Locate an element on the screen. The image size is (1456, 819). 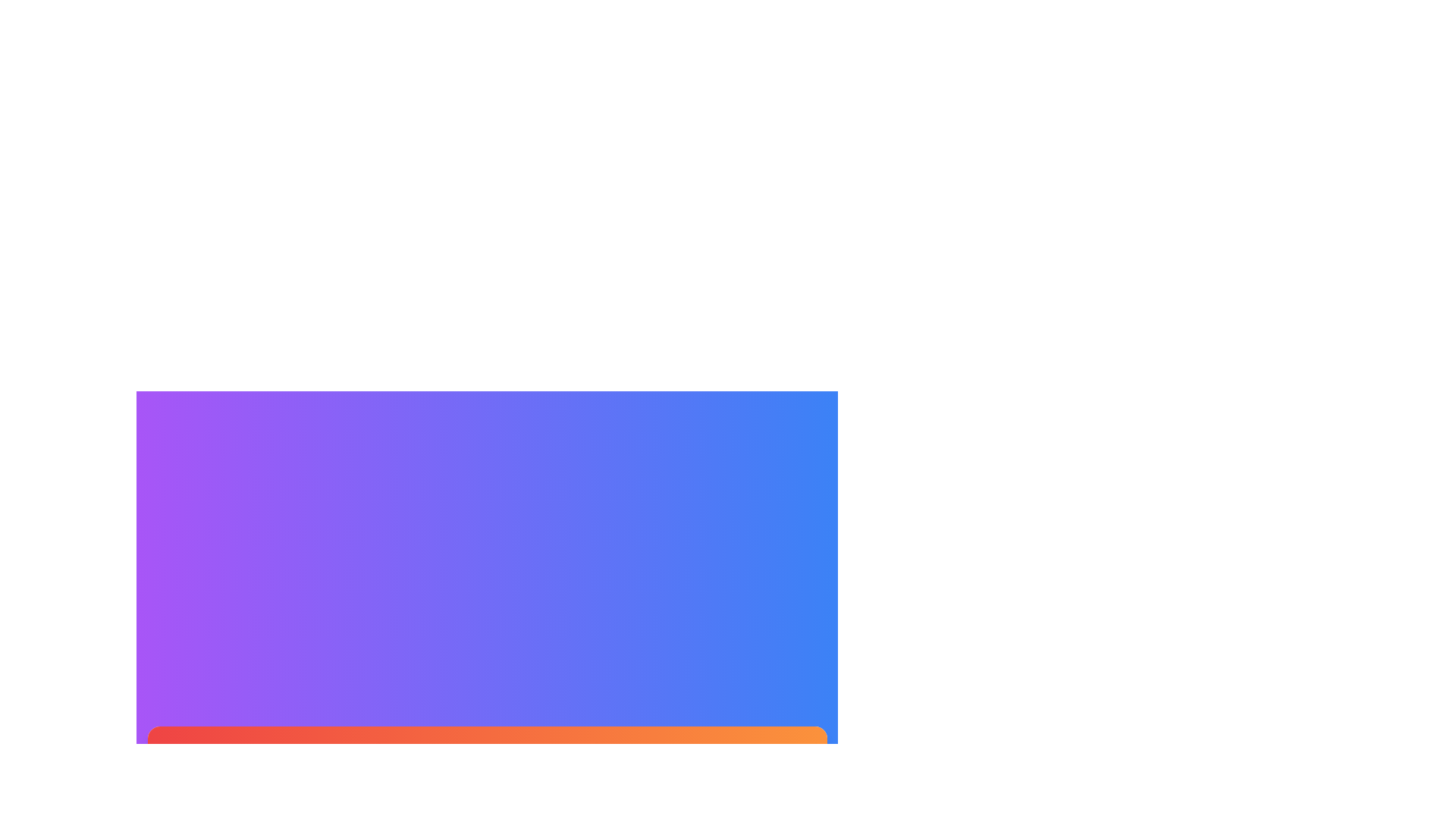
the Courses tab is located at coordinates (487, 757).